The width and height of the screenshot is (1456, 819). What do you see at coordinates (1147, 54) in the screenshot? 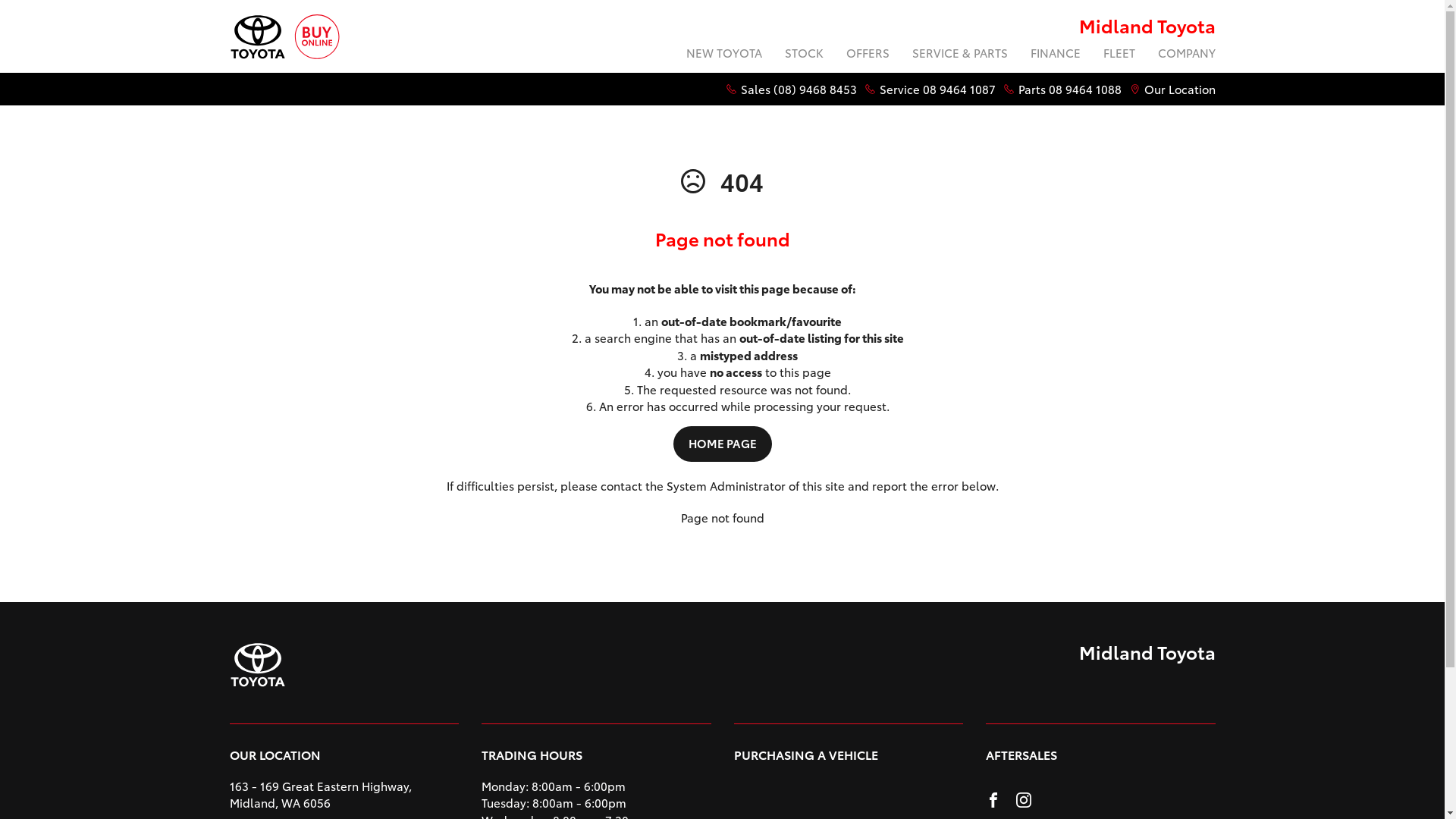
I see `'COMPANY'` at bounding box center [1147, 54].